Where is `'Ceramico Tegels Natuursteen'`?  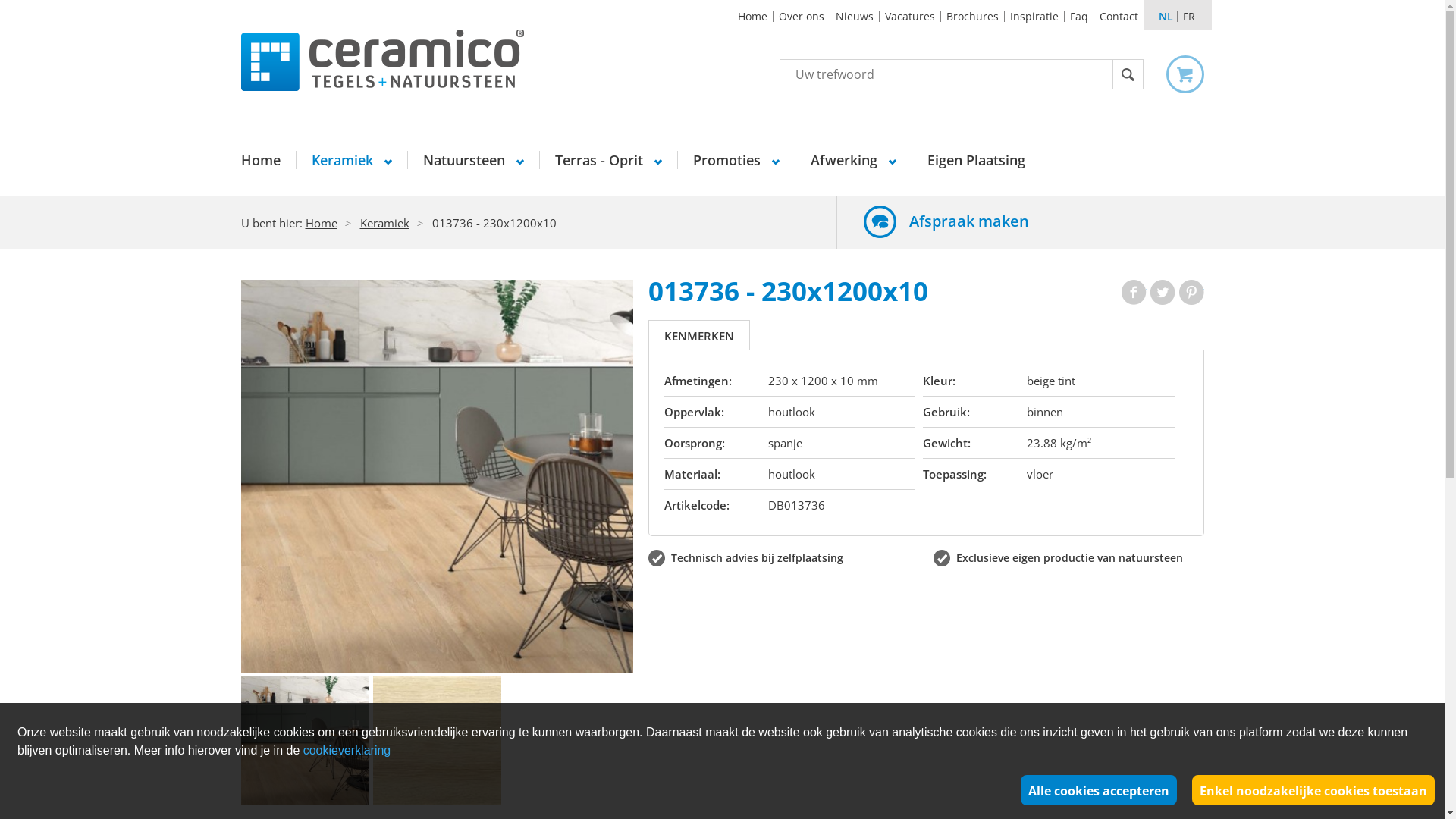
'Ceramico Tegels Natuursteen' is located at coordinates (397, 61).